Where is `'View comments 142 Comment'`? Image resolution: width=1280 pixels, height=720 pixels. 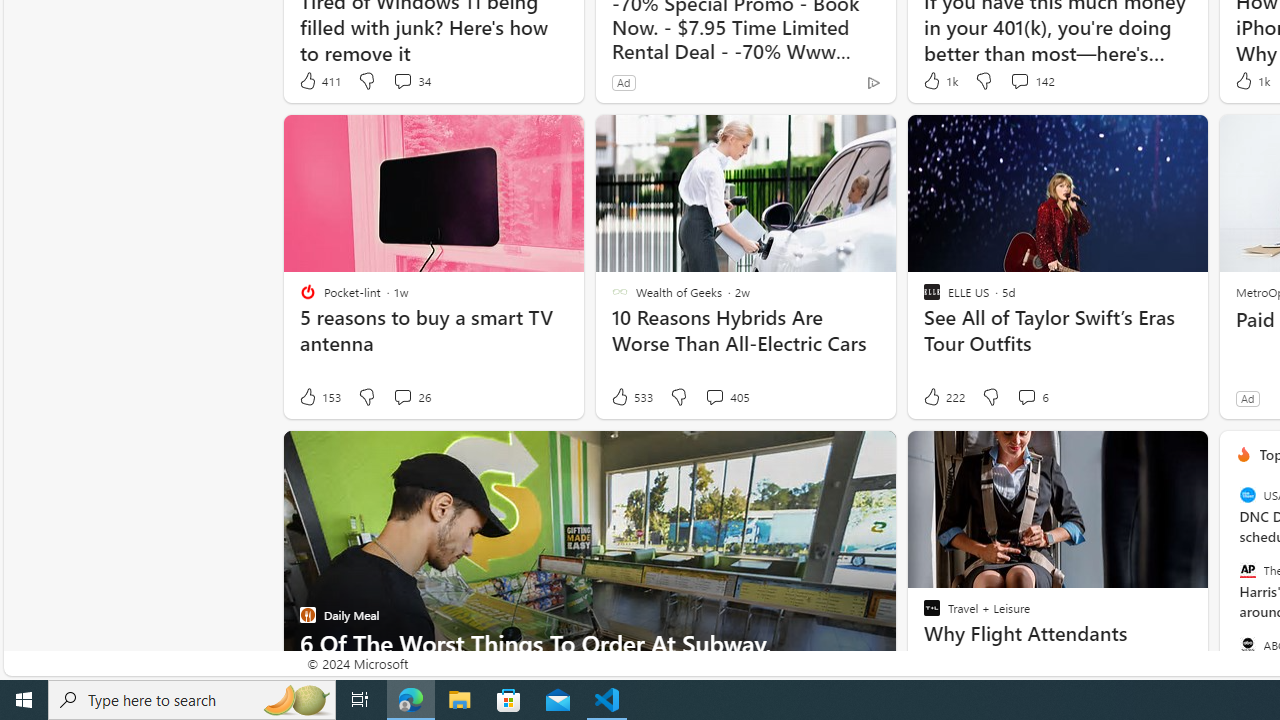 'View comments 142 Comment' is located at coordinates (1031, 80).